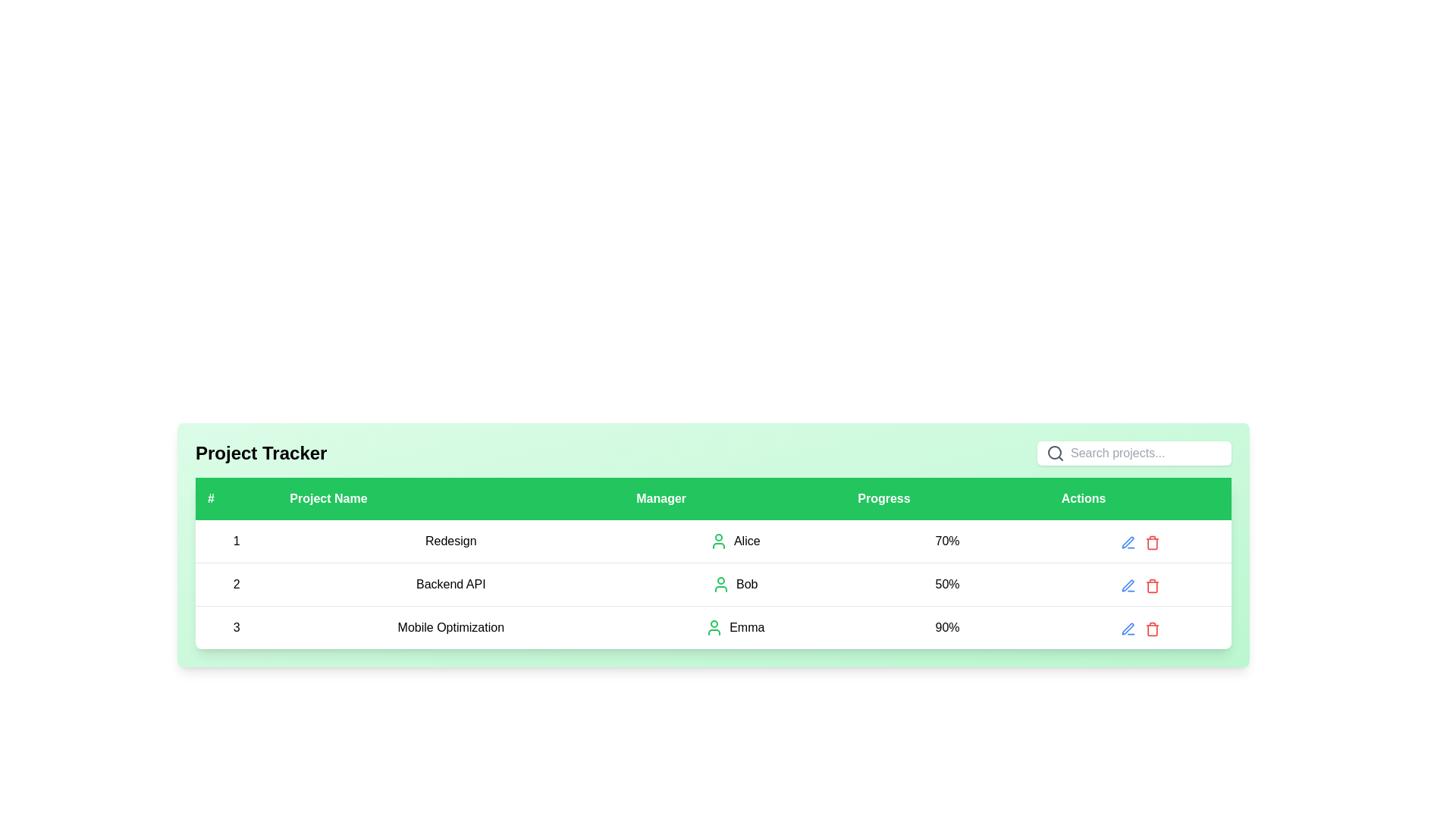 The image size is (1456, 819). I want to click on the text input box with the placeholder 'Search projects...' to focus and begin typing a query, so click(1147, 452).